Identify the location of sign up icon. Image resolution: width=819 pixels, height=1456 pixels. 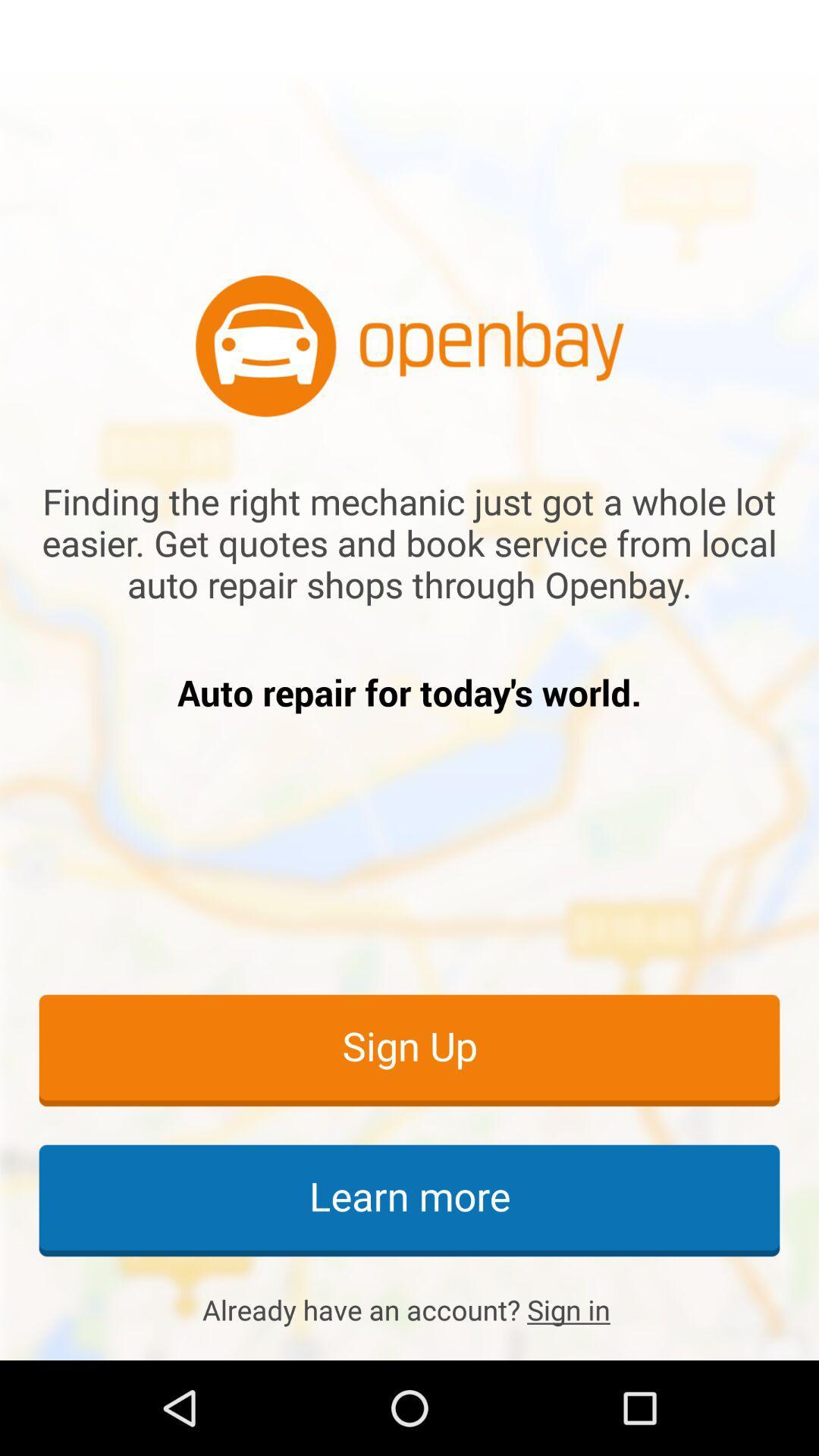
(409, 1049).